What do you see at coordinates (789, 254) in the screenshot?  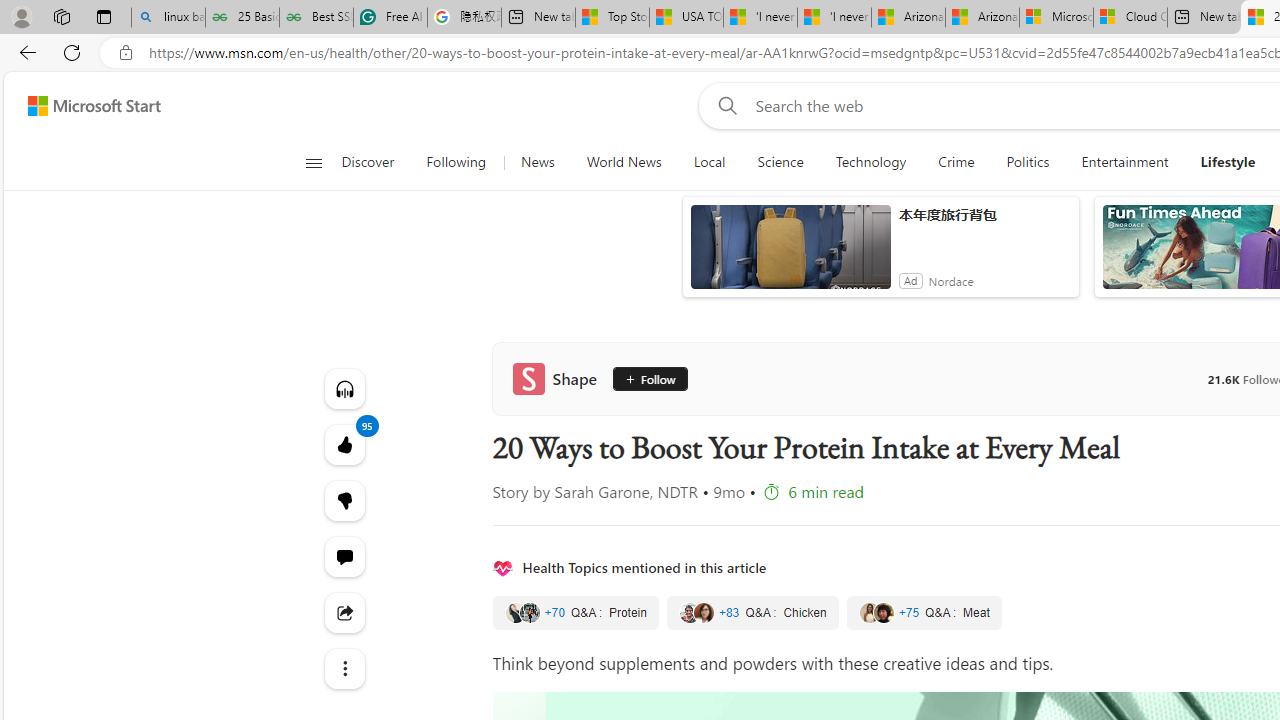 I see `'anim-content'` at bounding box center [789, 254].